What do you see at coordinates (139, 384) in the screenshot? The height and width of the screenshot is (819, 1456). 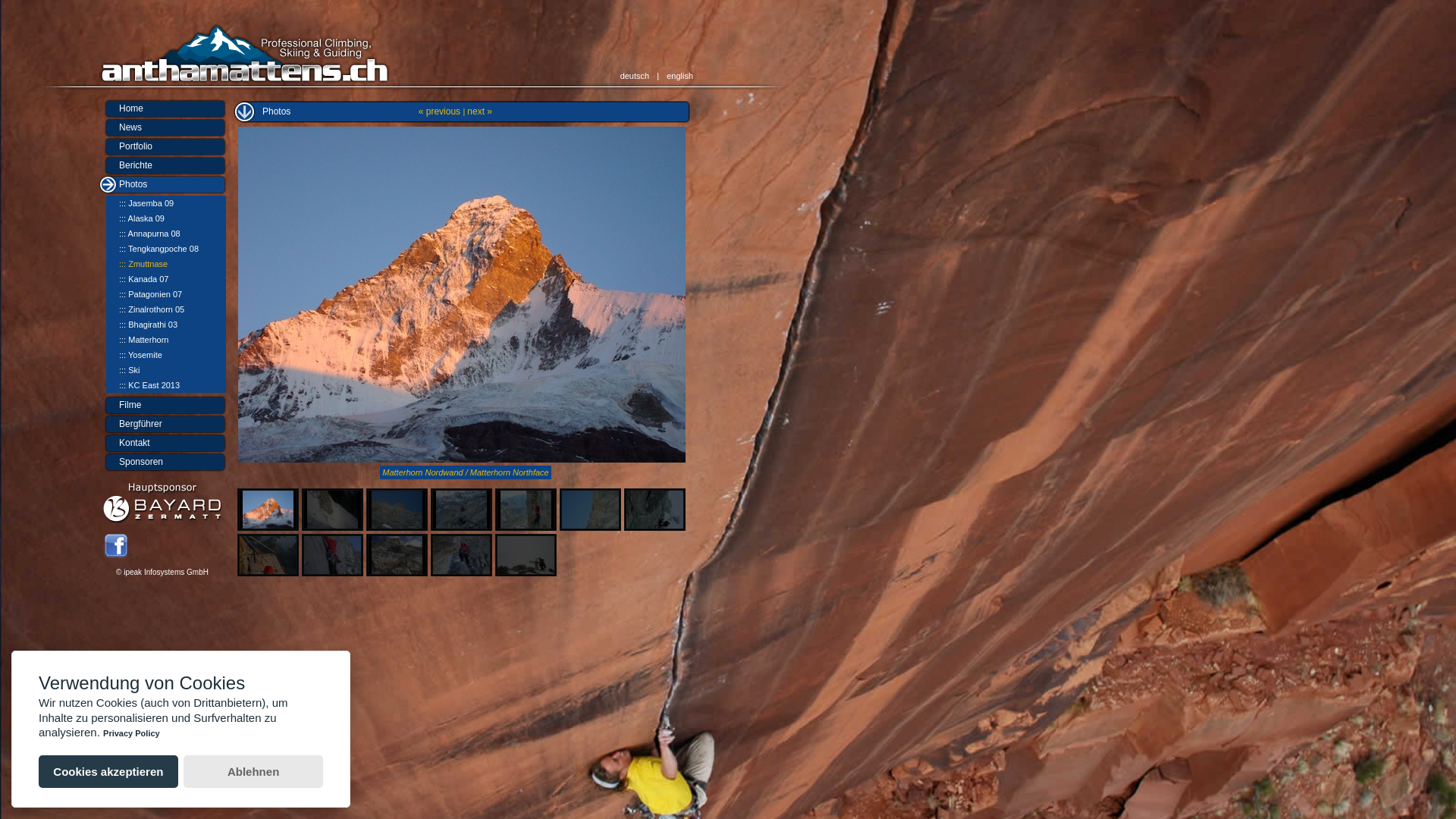 I see `'::: KC East 2013'` at bounding box center [139, 384].